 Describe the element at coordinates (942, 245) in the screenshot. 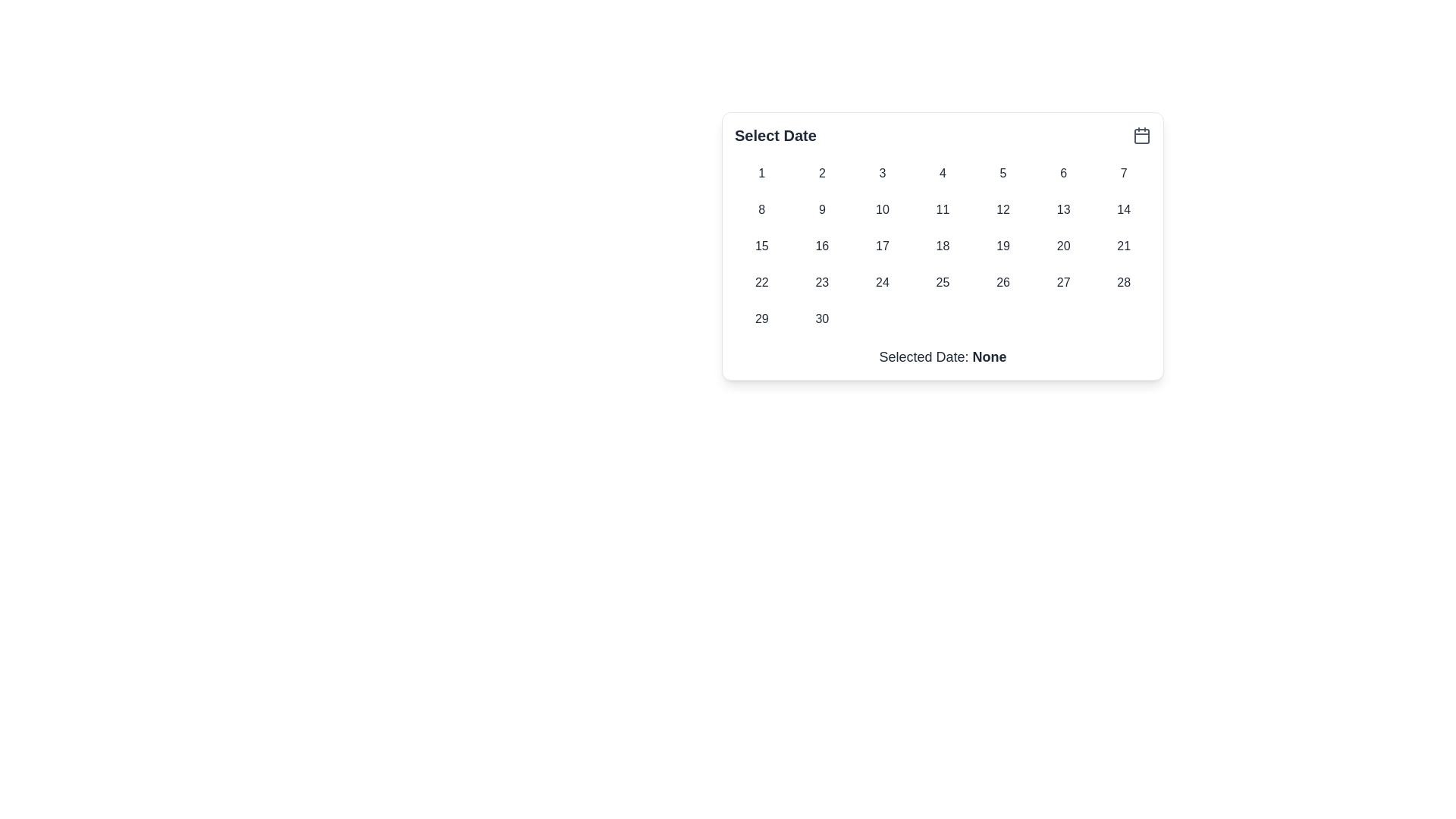

I see `the date button in the grid of buttons representing dates located in the center of the calendar interface below the heading titled 'Select Date'` at that location.